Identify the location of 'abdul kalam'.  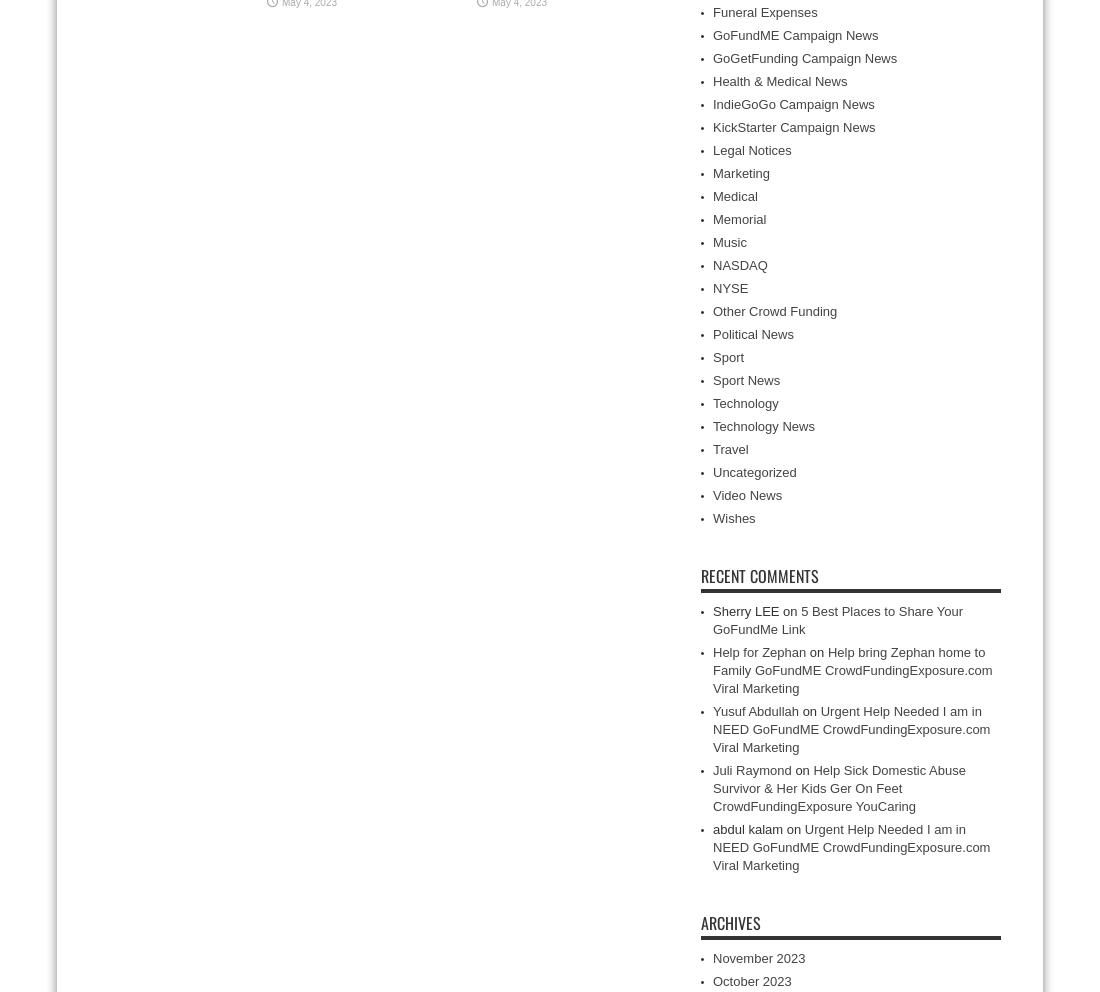
(712, 828).